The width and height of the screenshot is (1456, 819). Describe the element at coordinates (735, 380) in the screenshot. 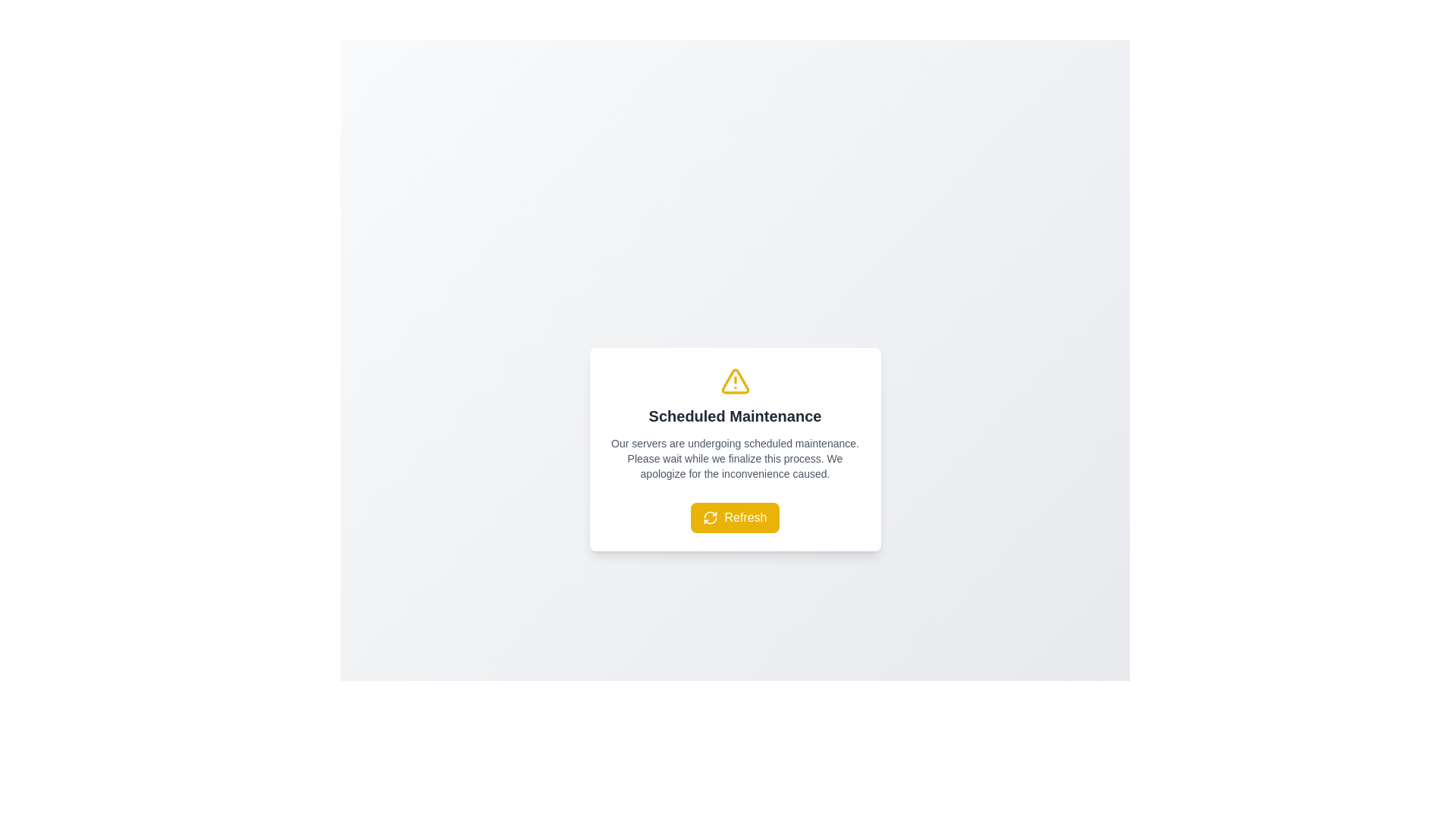

I see `the triangular warning icon with a yellow border and exclamation mark, located at the top center of the modal above the 'Scheduled Maintenance' text` at that location.